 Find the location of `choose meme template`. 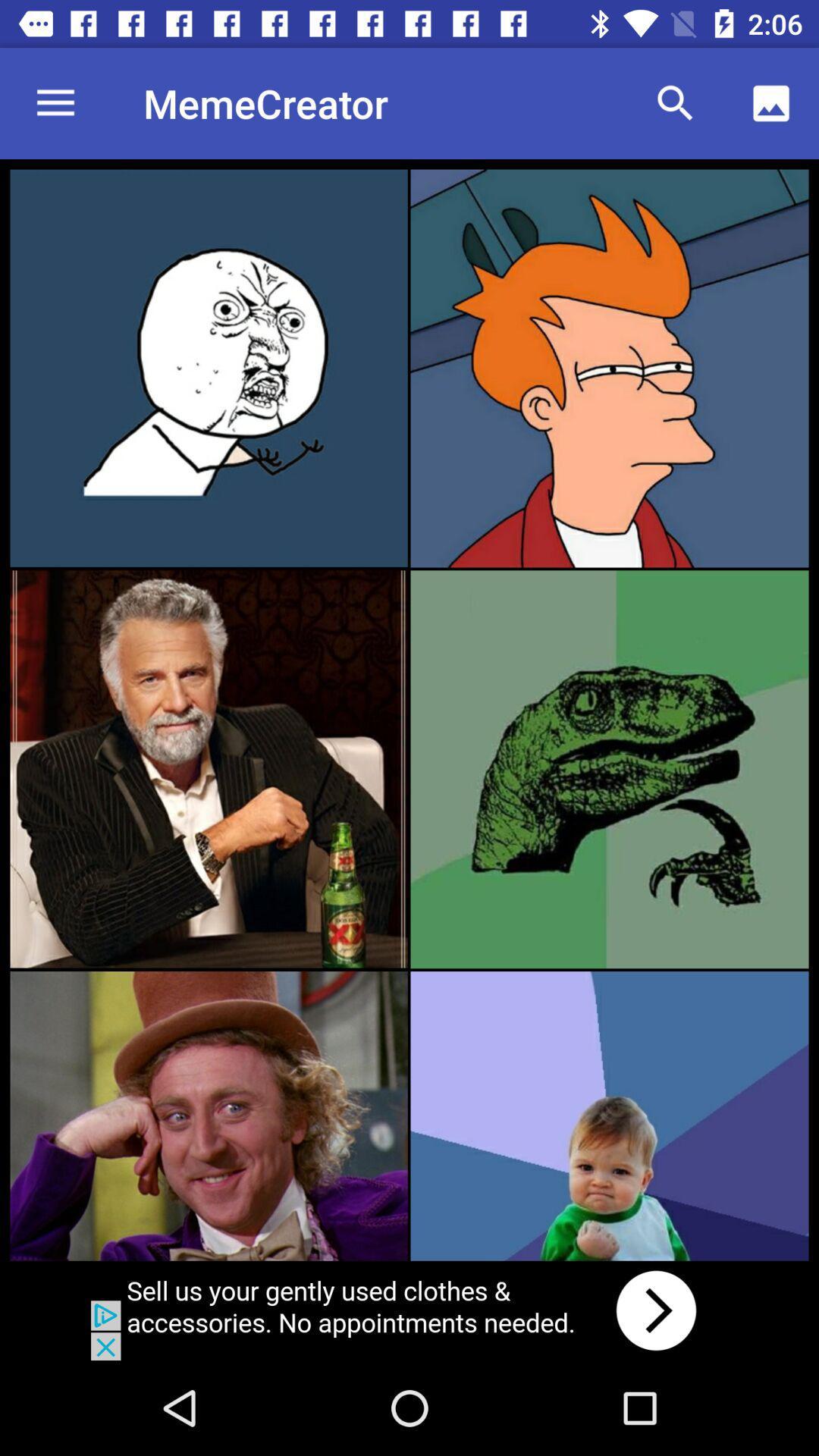

choose meme template is located at coordinates (608, 1116).